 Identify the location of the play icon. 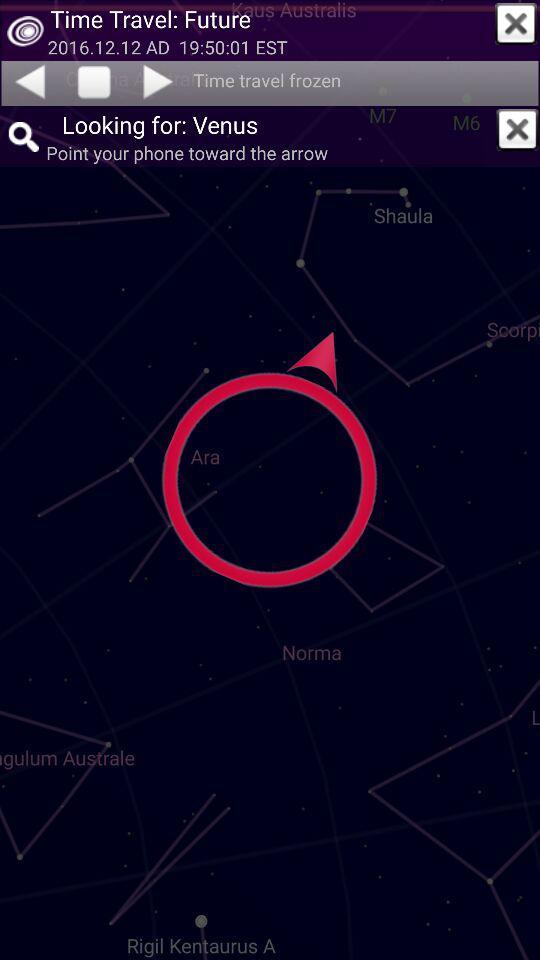
(159, 81).